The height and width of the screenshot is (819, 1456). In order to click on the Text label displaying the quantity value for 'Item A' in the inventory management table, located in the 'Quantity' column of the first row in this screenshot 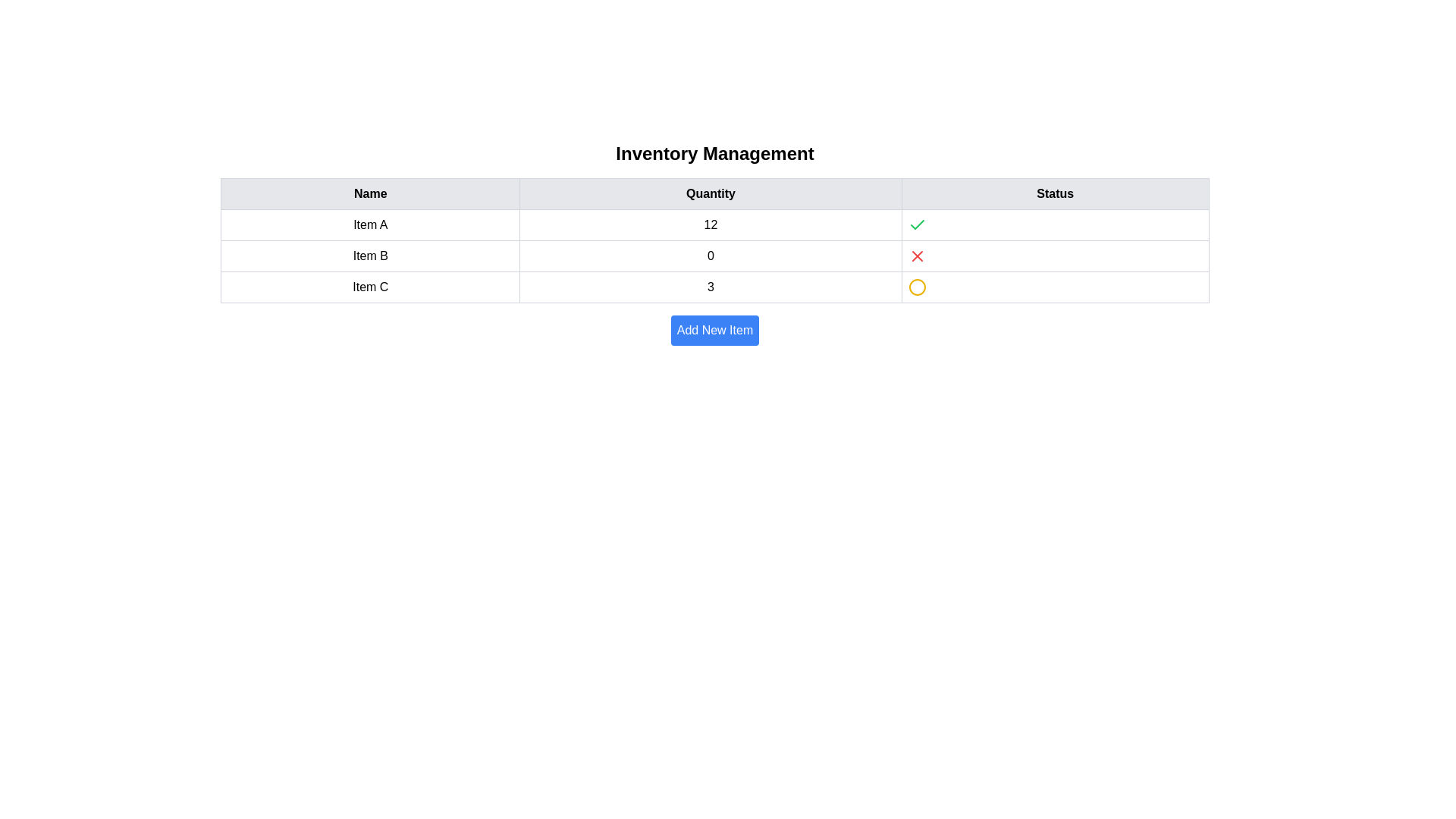, I will do `click(710, 225)`.